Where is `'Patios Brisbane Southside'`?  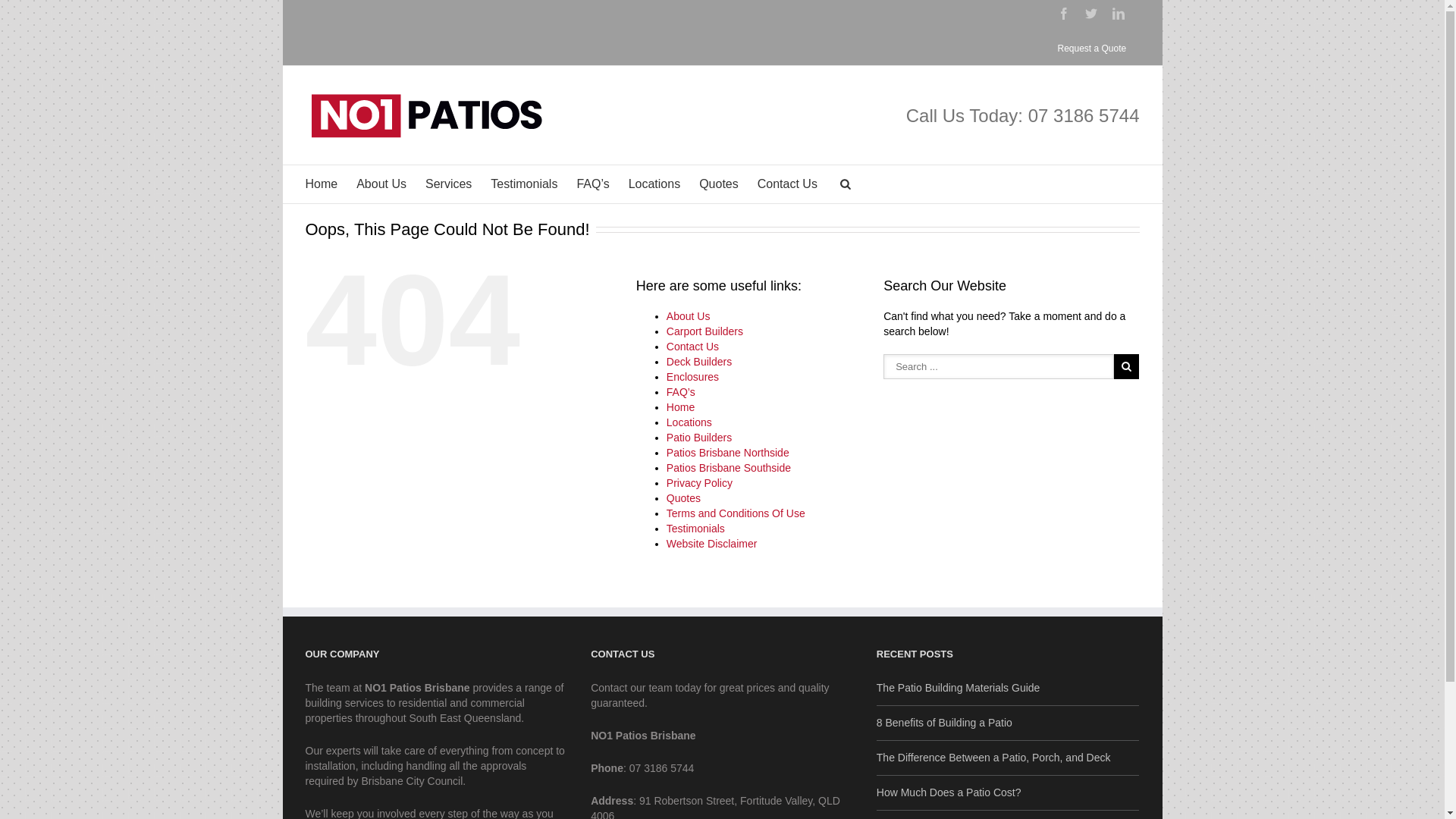 'Patios Brisbane Southside' is located at coordinates (728, 467).